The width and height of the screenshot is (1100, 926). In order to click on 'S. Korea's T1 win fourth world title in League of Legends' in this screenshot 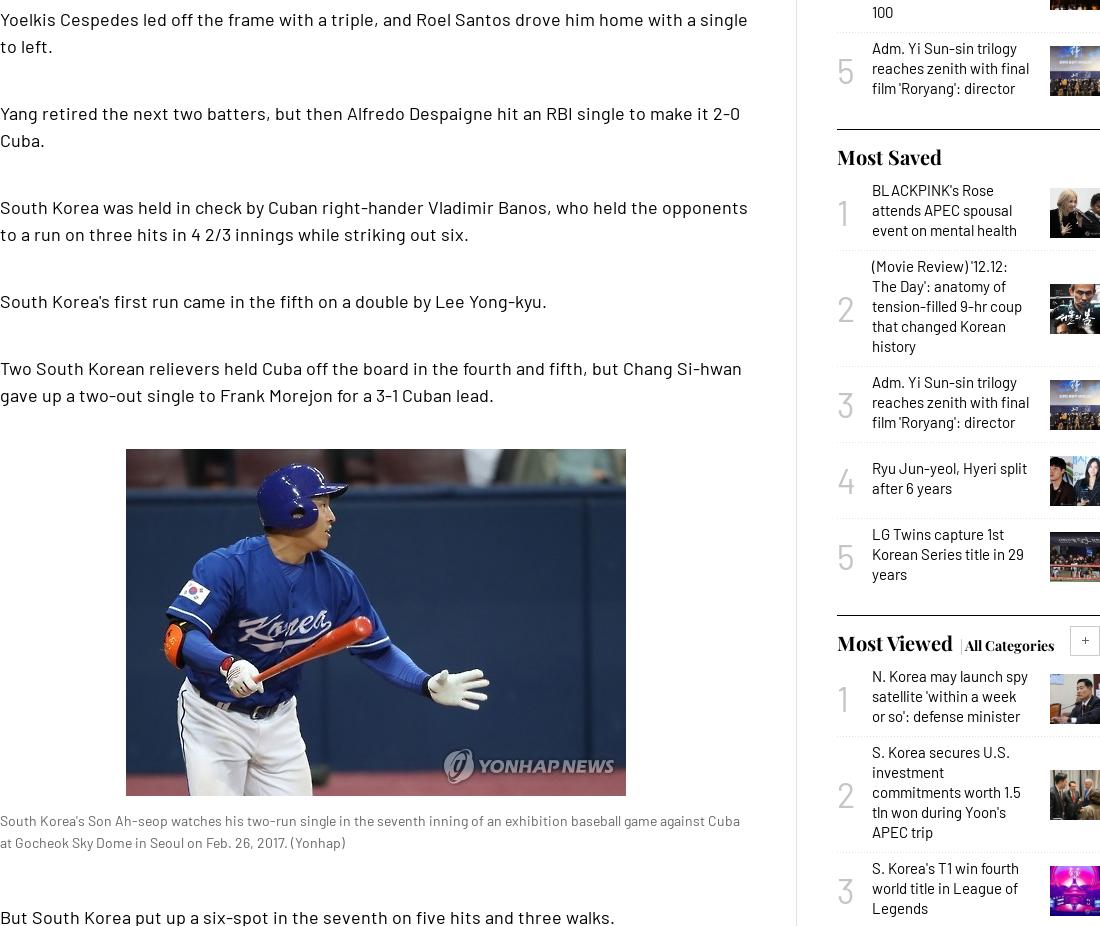, I will do `click(945, 888)`.